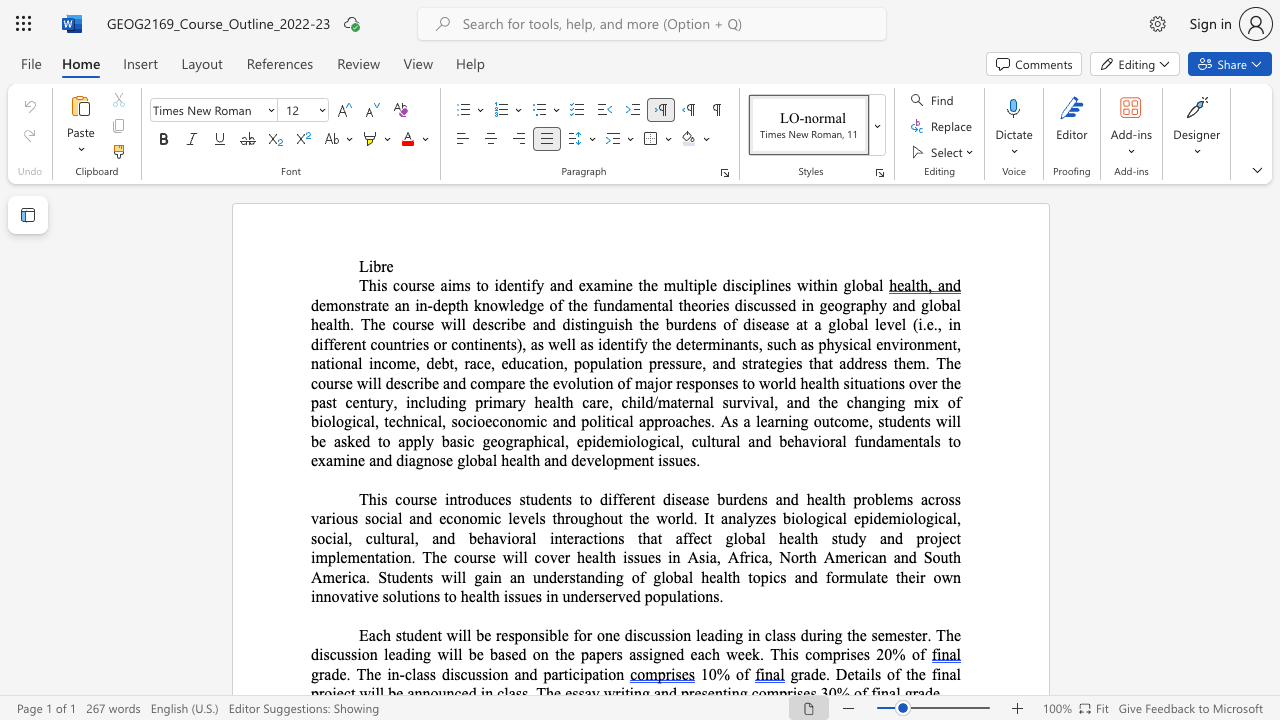 The height and width of the screenshot is (720, 1280). What do you see at coordinates (481, 343) in the screenshot?
I see `the 1th character "i" in the text` at bounding box center [481, 343].